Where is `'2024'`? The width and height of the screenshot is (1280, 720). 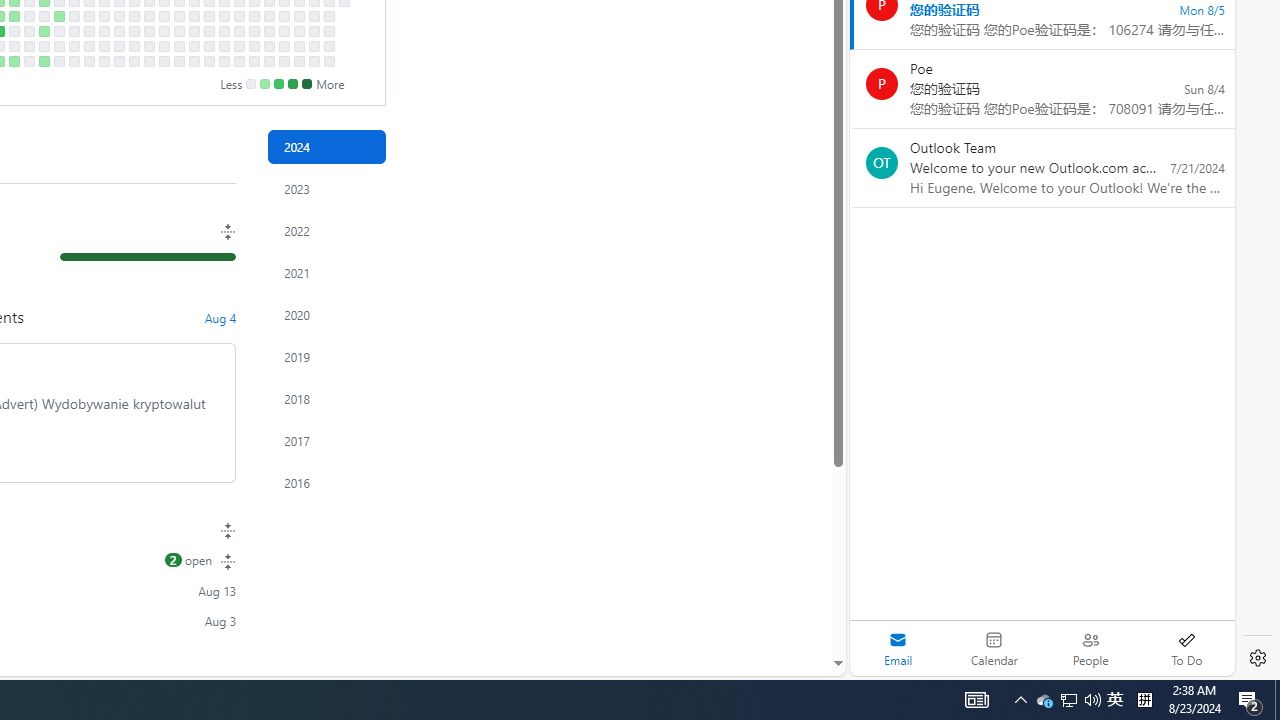
'2024' is located at coordinates (327, 146).